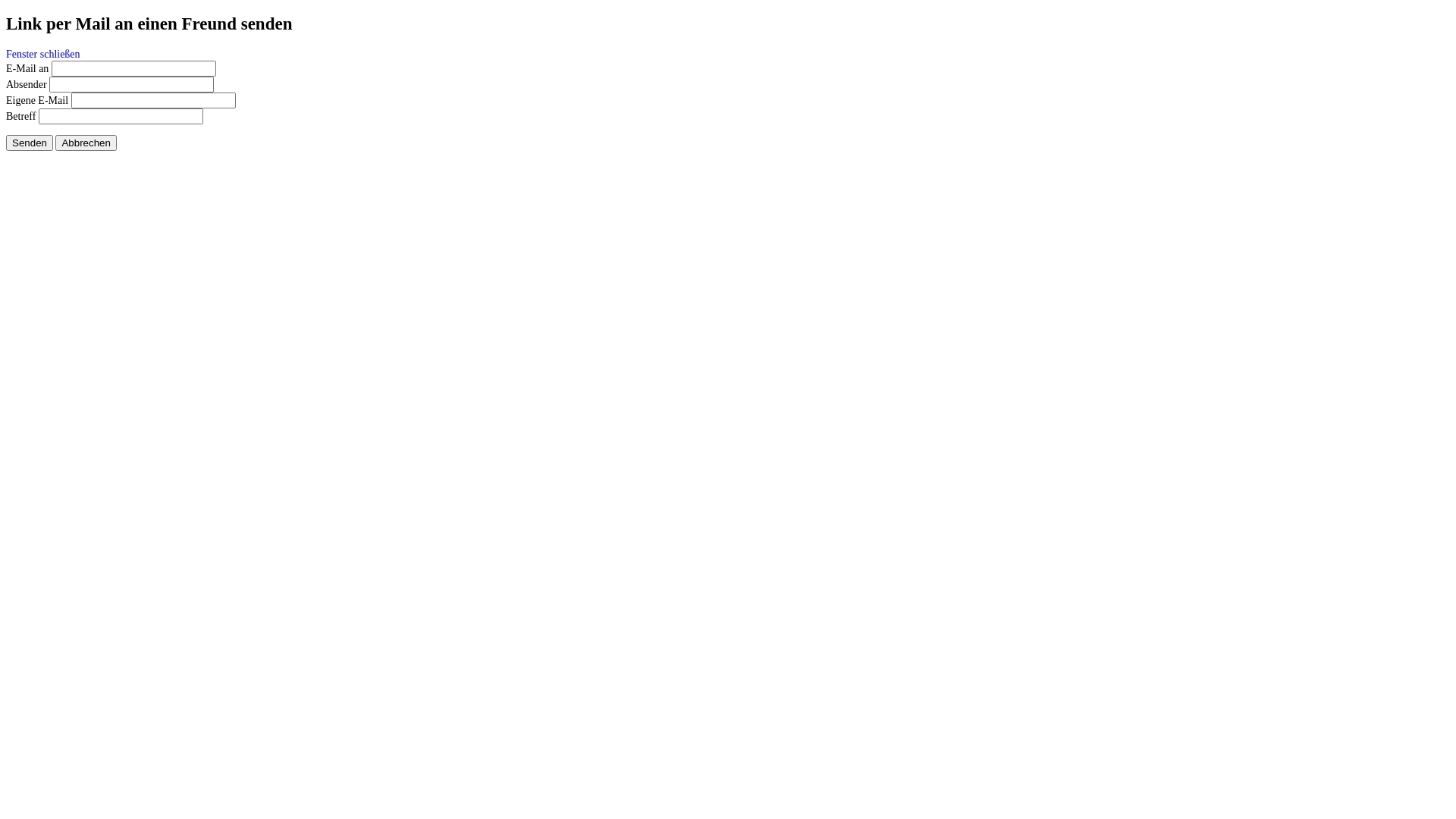 This screenshot has width=1456, height=819. What do you see at coordinates (85, 143) in the screenshot?
I see `'Abbrechen'` at bounding box center [85, 143].